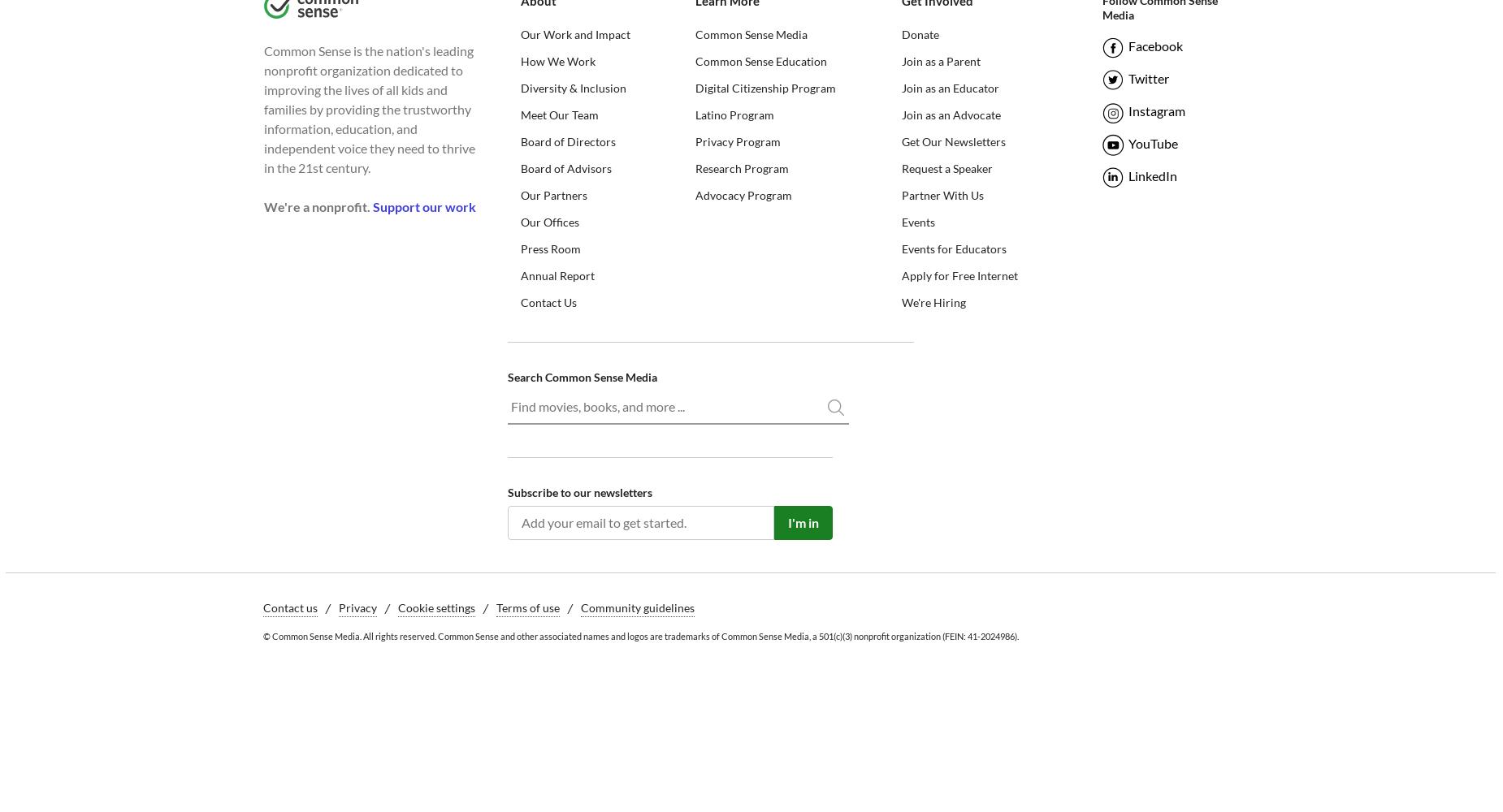 This screenshot has height=812, width=1503. I want to click on 'Subscribe to our newsletters', so click(579, 491).